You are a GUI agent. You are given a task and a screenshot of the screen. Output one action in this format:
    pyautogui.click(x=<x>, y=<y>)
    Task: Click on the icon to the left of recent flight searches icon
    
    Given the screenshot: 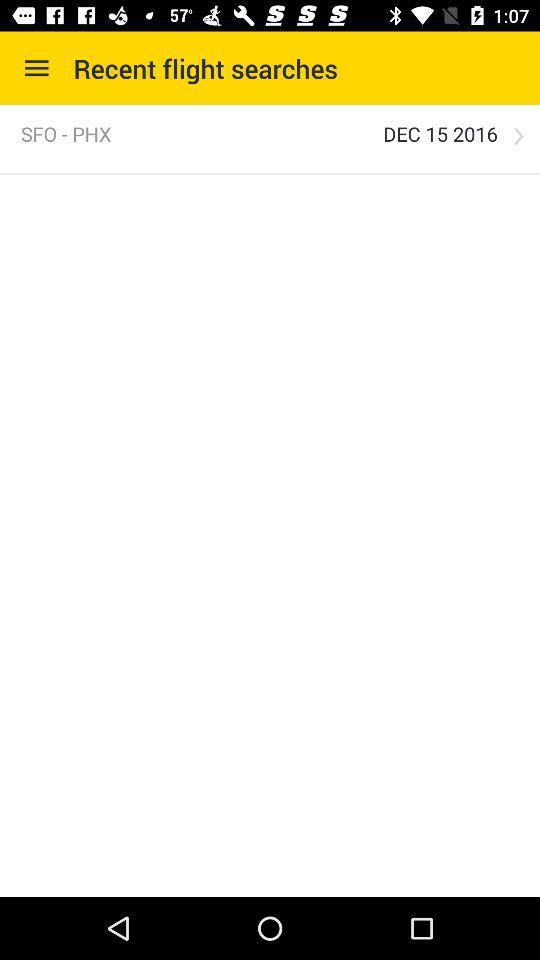 What is the action you would take?
    pyautogui.click(x=36, y=68)
    